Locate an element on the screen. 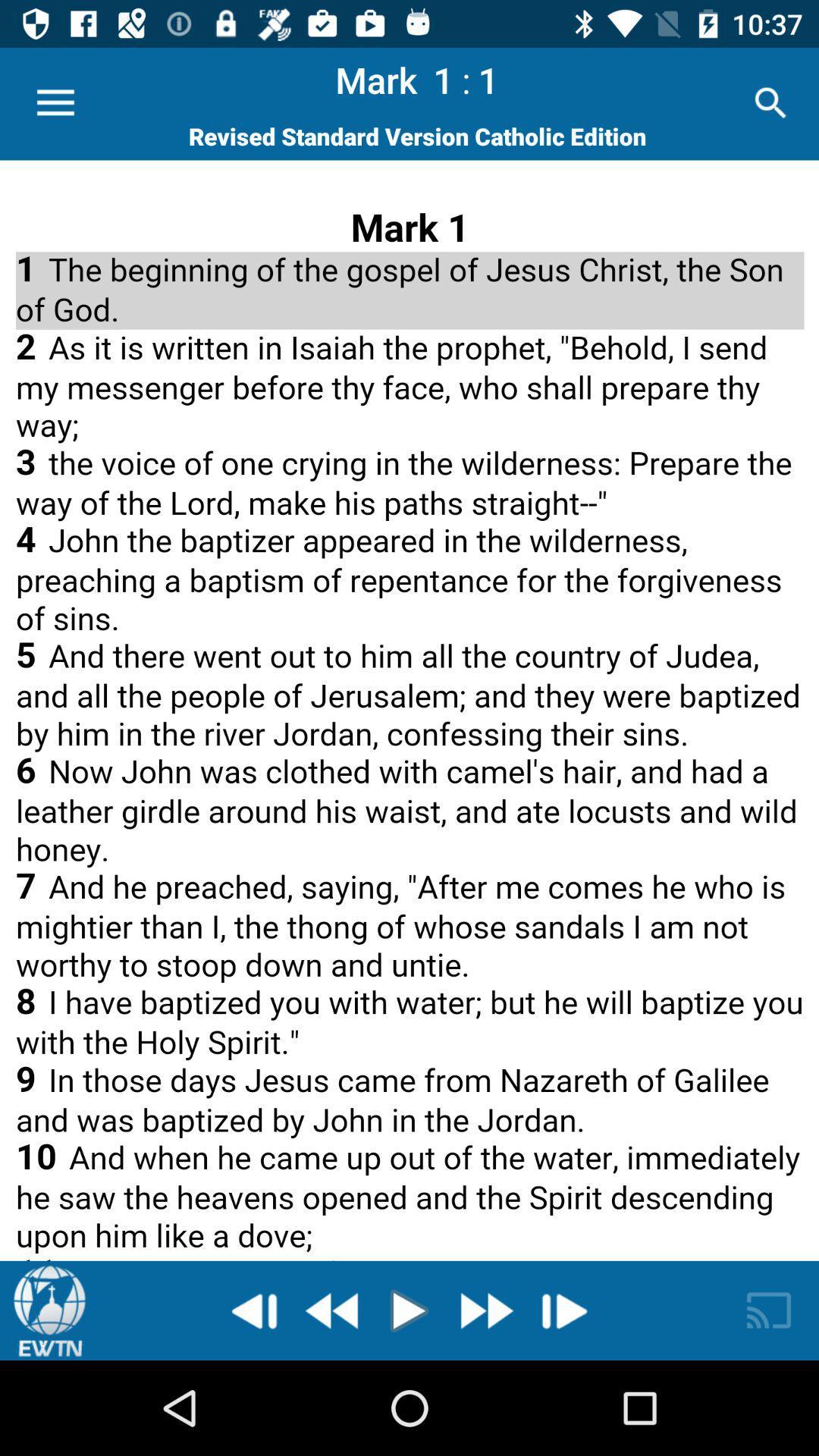  the av_rewind icon is located at coordinates (333, 1310).